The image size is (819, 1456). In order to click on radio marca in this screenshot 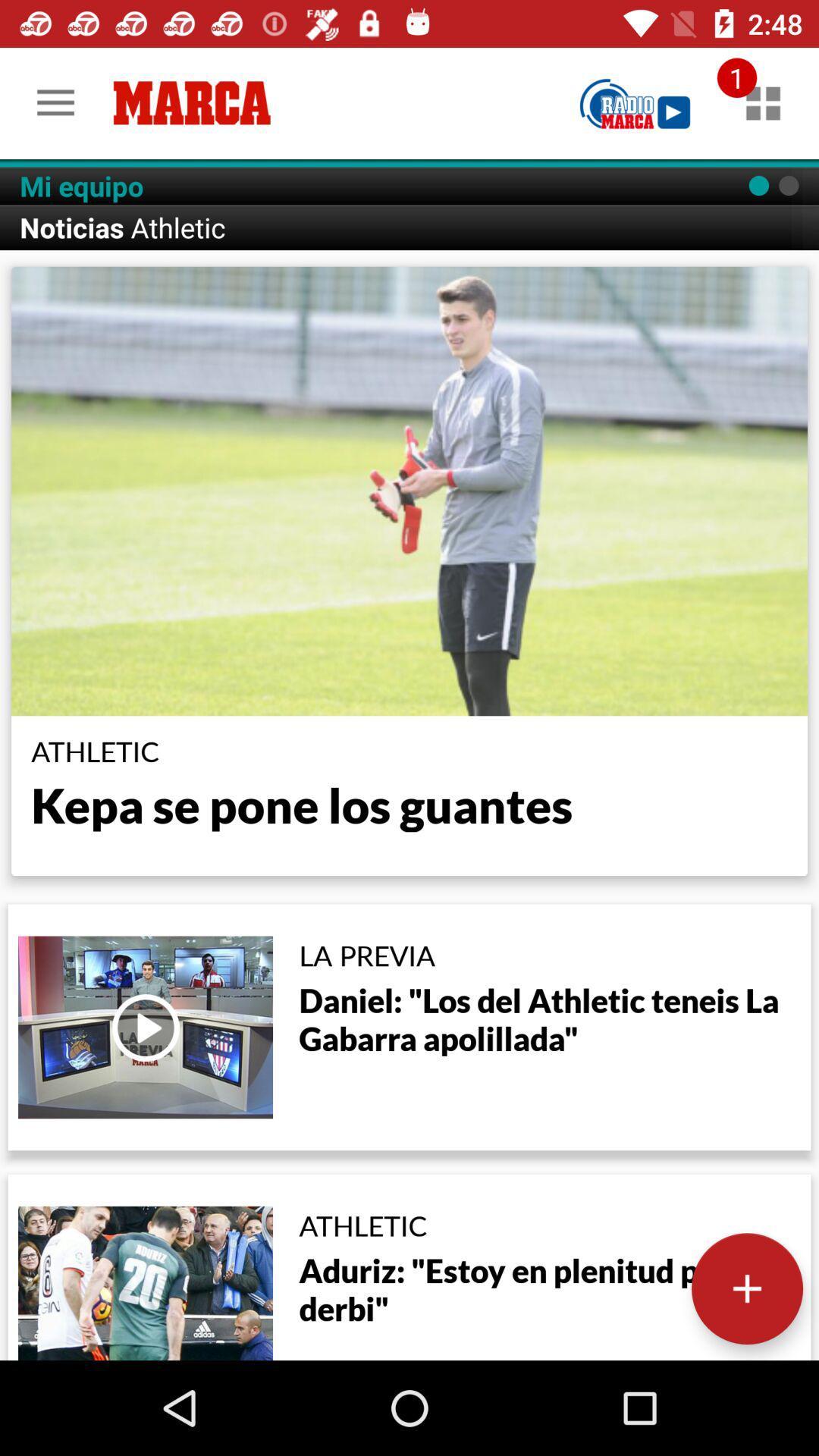, I will do `click(635, 102)`.